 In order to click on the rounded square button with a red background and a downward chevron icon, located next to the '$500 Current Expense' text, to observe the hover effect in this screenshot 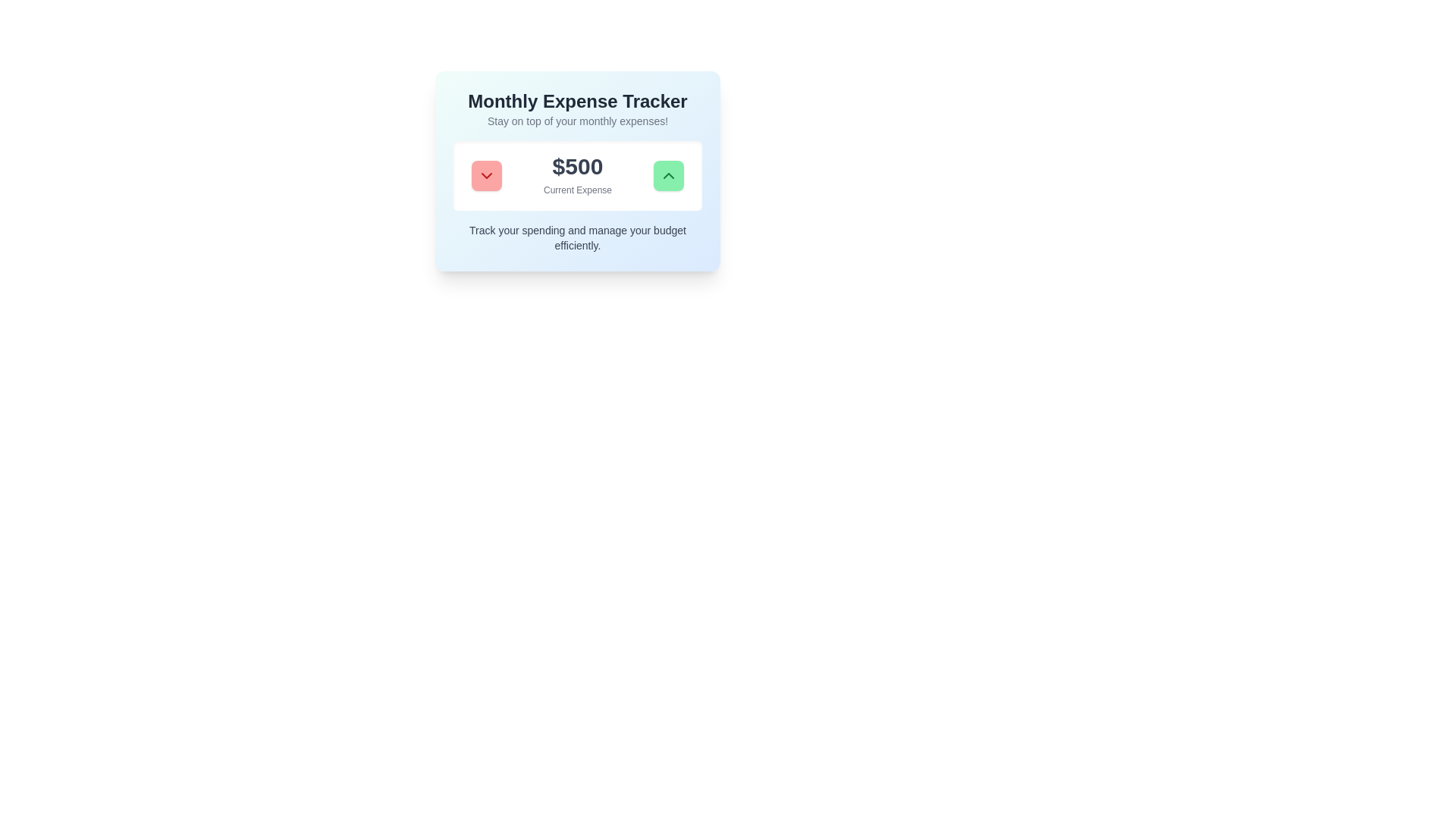, I will do `click(487, 174)`.